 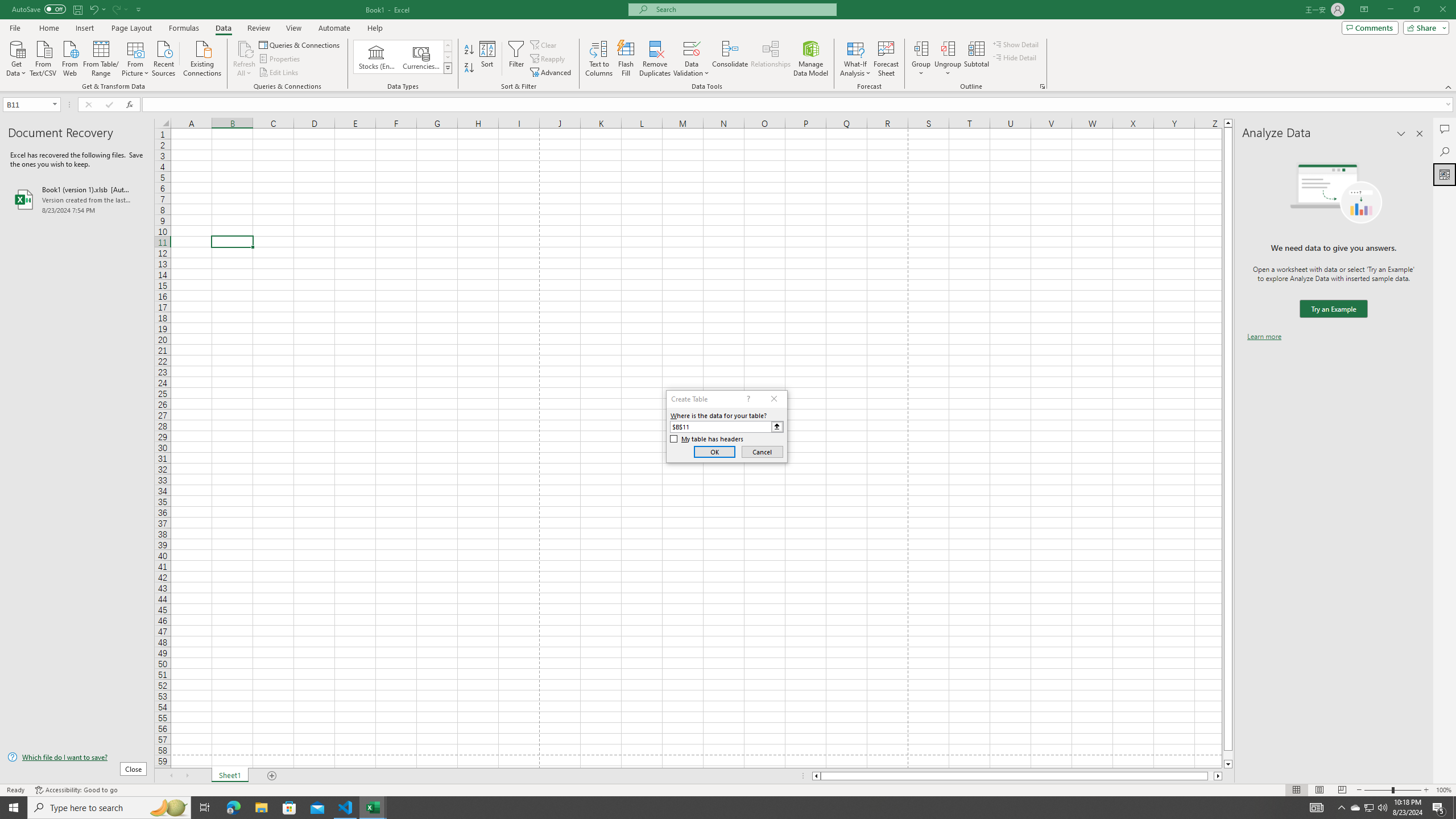 What do you see at coordinates (730, 59) in the screenshot?
I see `'Consolidate...'` at bounding box center [730, 59].